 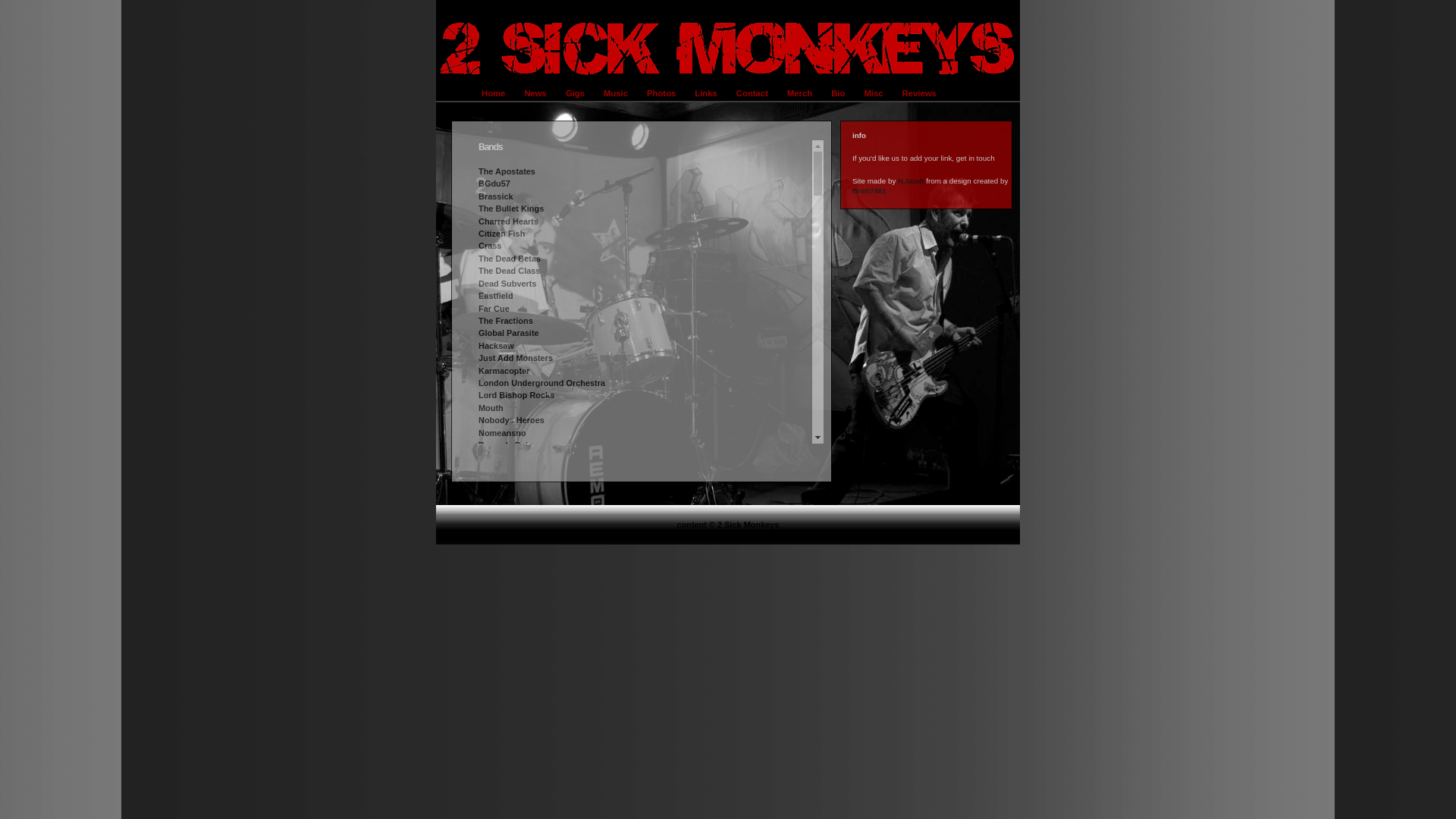 What do you see at coordinates (507, 284) in the screenshot?
I see `'Dead Subverts'` at bounding box center [507, 284].